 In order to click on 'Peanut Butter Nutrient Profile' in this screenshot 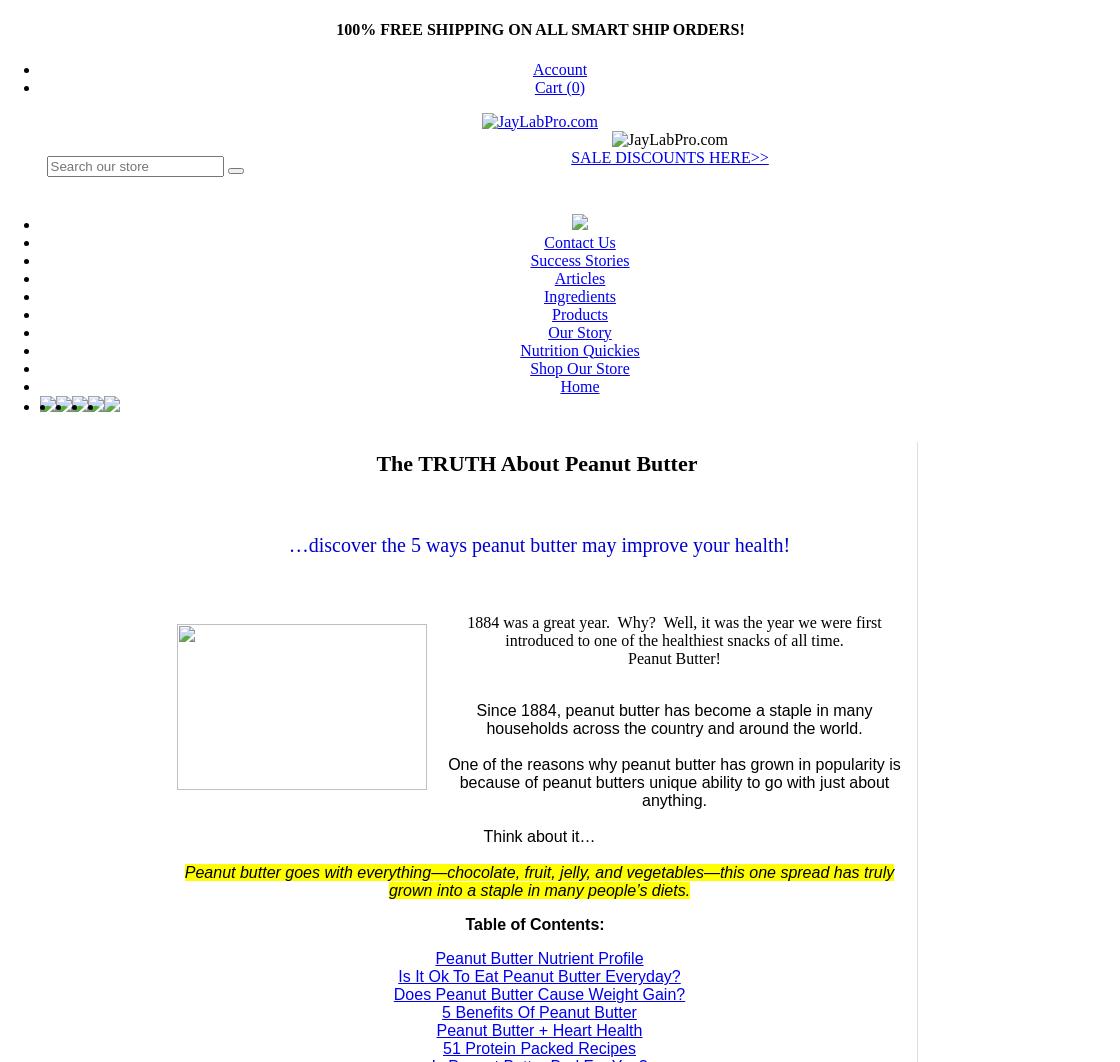, I will do `click(538, 957)`.